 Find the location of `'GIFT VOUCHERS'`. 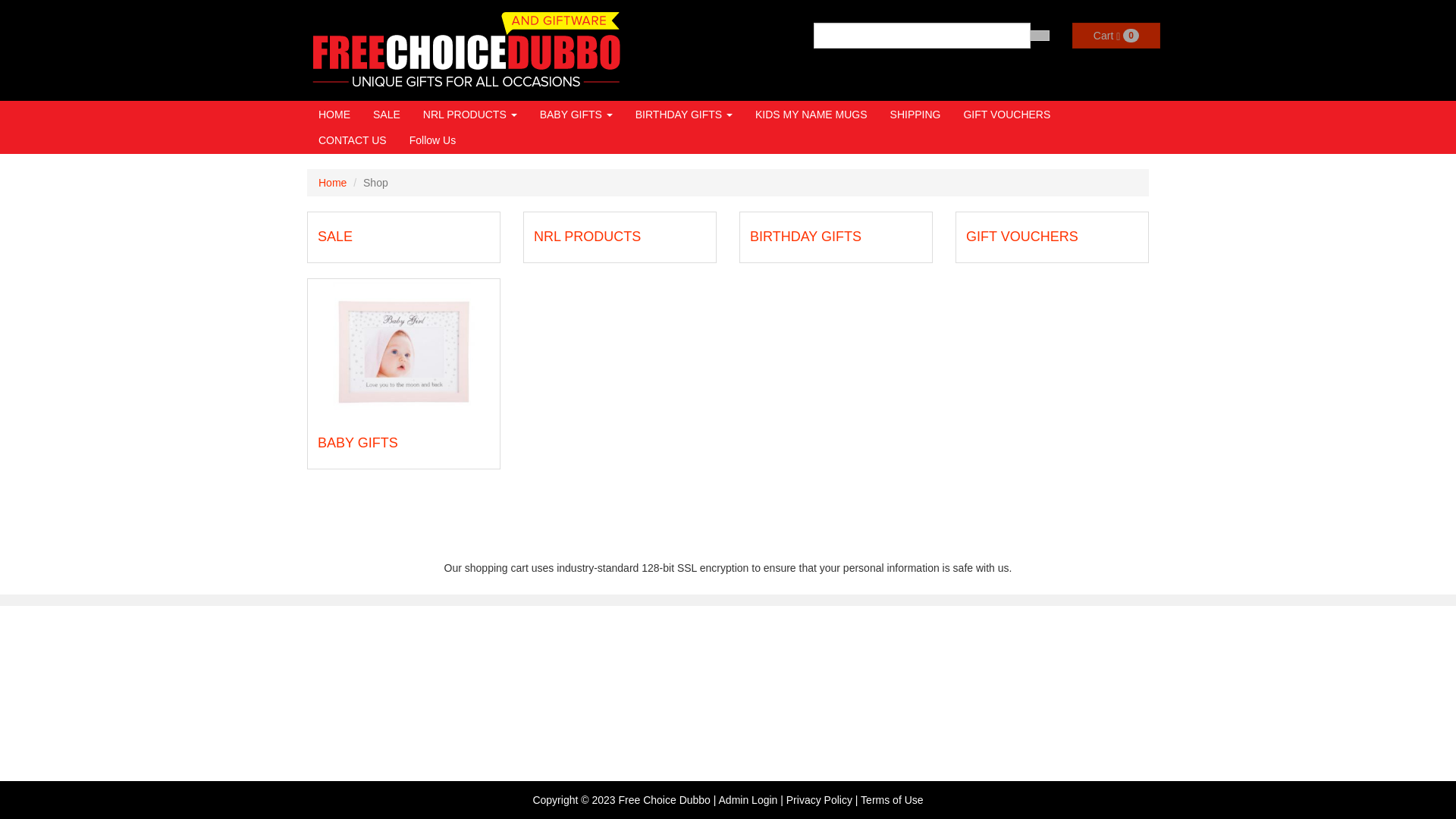

'GIFT VOUCHERS' is located at coordinates (950, 113).